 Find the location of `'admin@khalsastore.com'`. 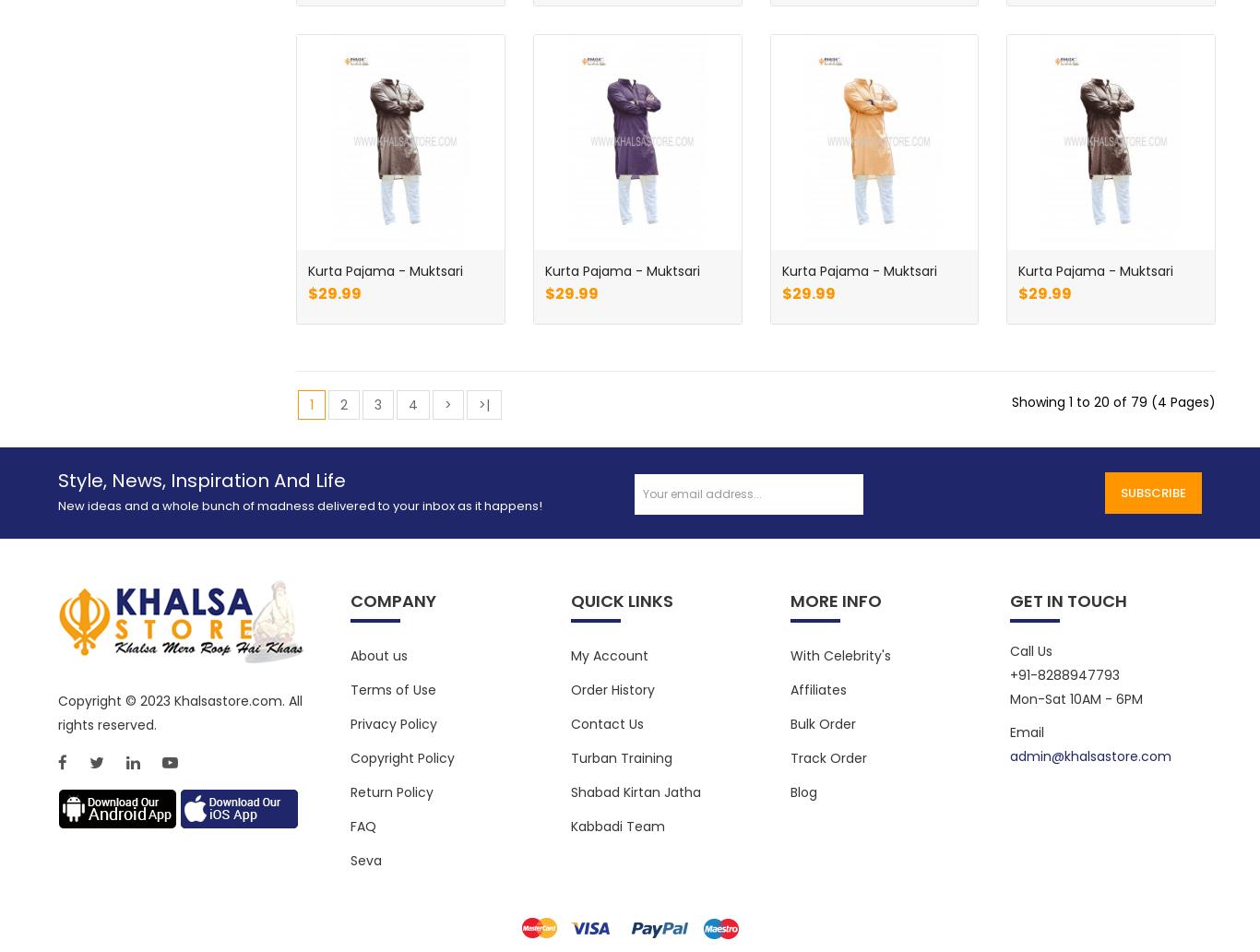

'admin@khalsastore.com' is located at coordinates (1089, 756).